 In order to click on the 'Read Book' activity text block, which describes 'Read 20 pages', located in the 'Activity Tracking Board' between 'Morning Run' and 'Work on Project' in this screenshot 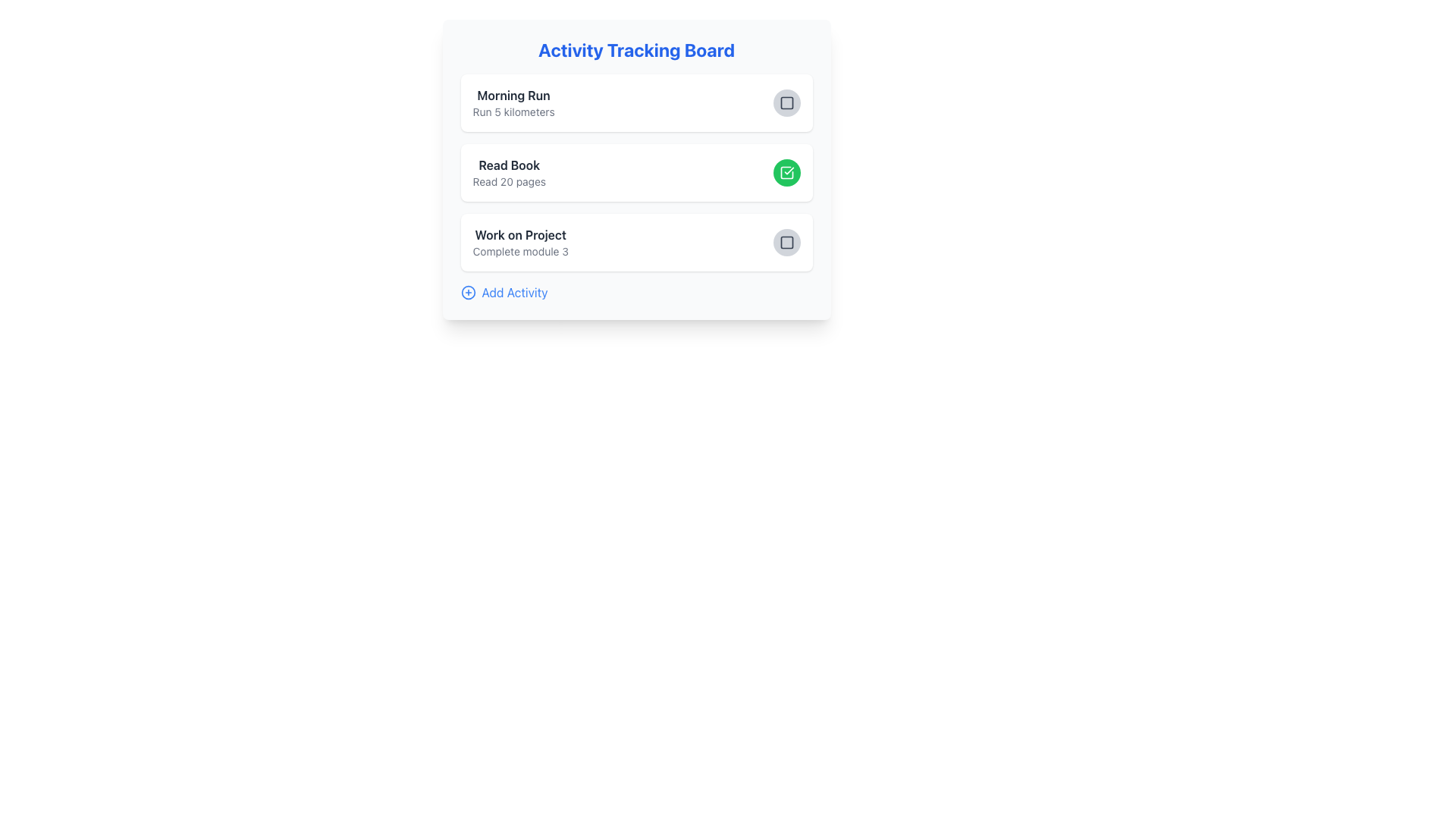, I will do `click(509, 171)`.